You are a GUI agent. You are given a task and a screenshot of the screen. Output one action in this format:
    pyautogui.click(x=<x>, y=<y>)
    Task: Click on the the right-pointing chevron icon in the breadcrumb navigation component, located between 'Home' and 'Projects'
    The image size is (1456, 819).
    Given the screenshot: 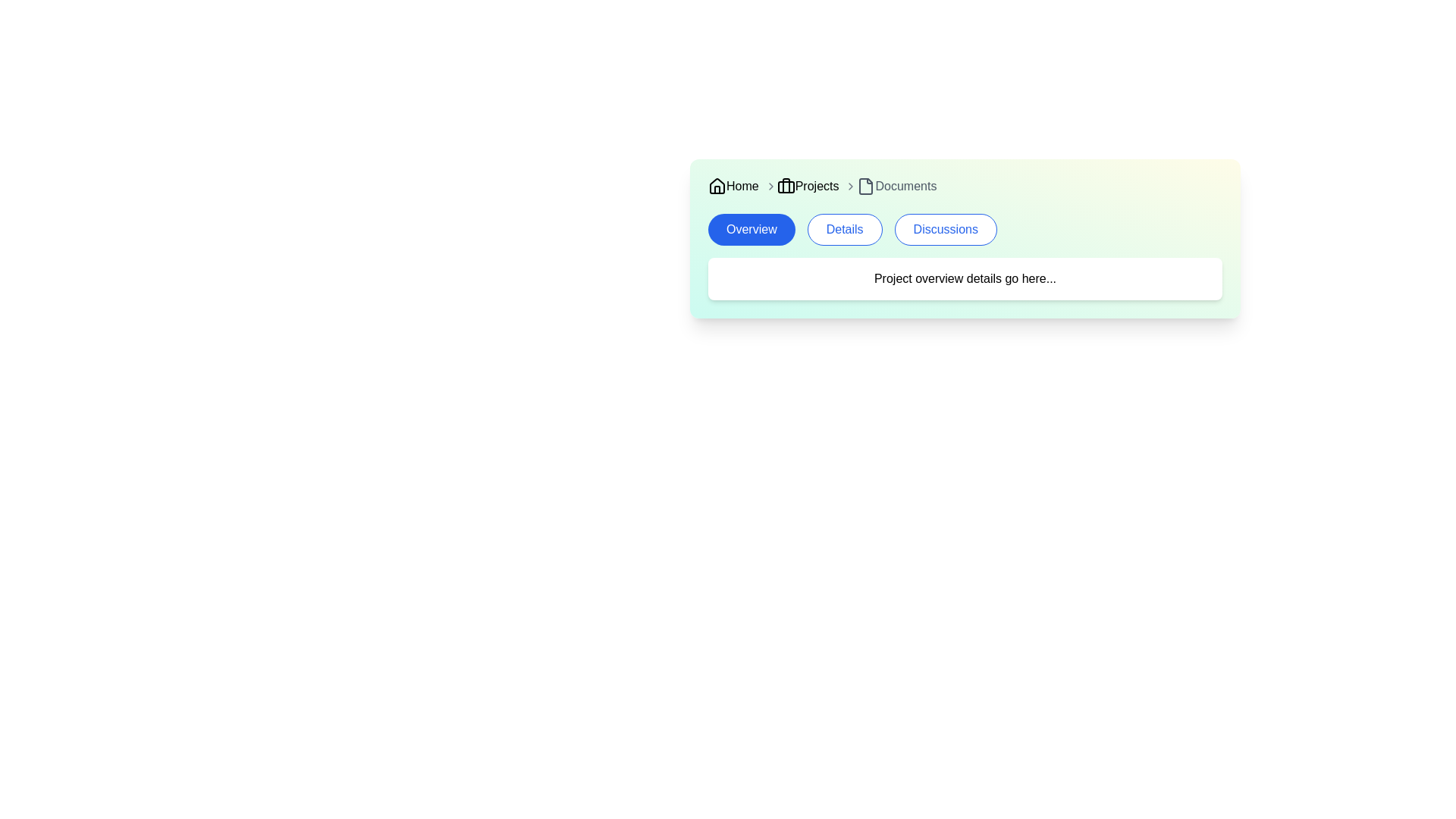 What is the action you would take?
    pyautogui.click(x=770, y=186)
    